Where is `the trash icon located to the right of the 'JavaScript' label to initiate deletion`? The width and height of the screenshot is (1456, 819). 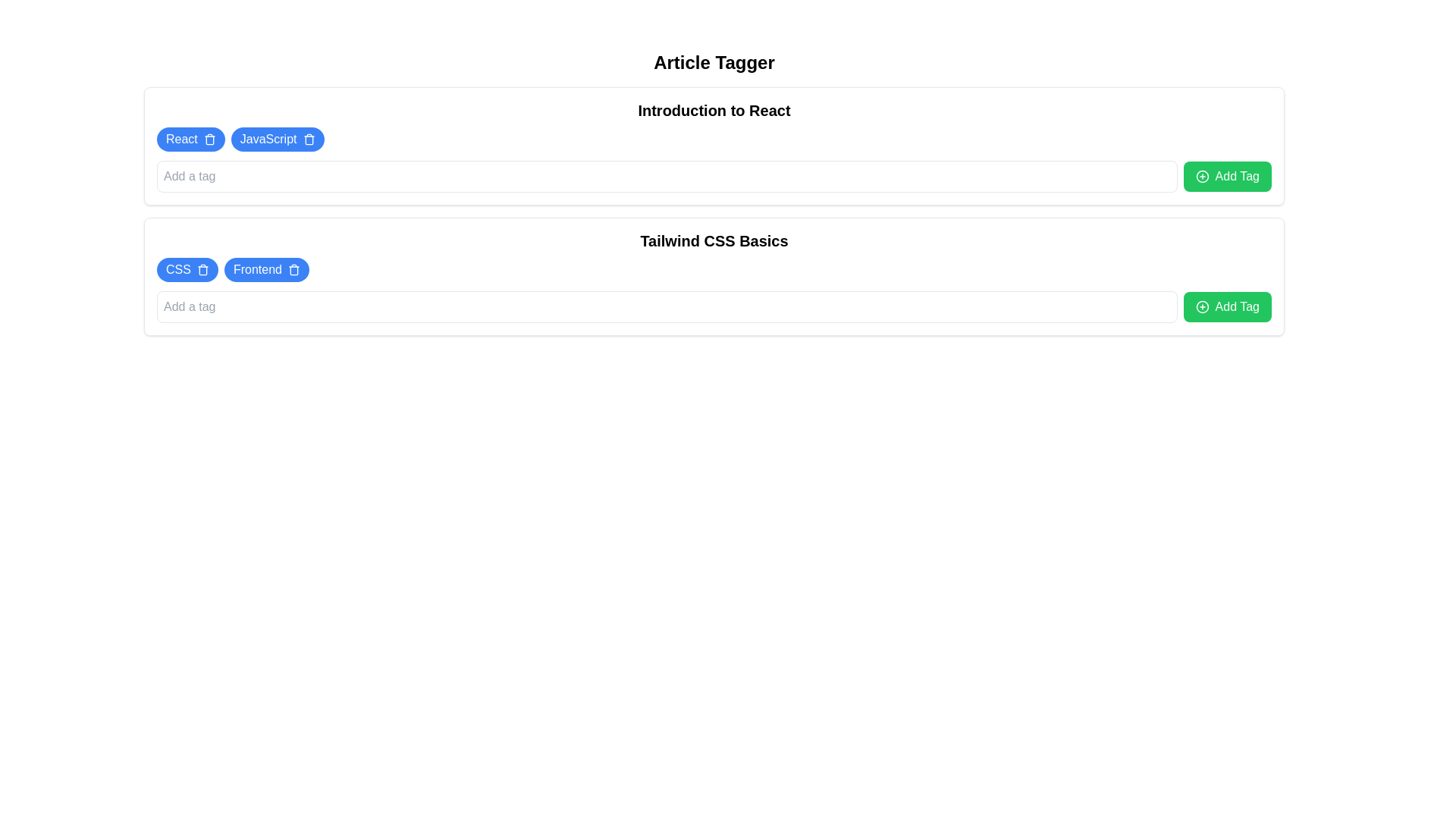
the trash icon located to the right of the 'JavaScript' label to initiate deletion is located at coordinates (308, 140).